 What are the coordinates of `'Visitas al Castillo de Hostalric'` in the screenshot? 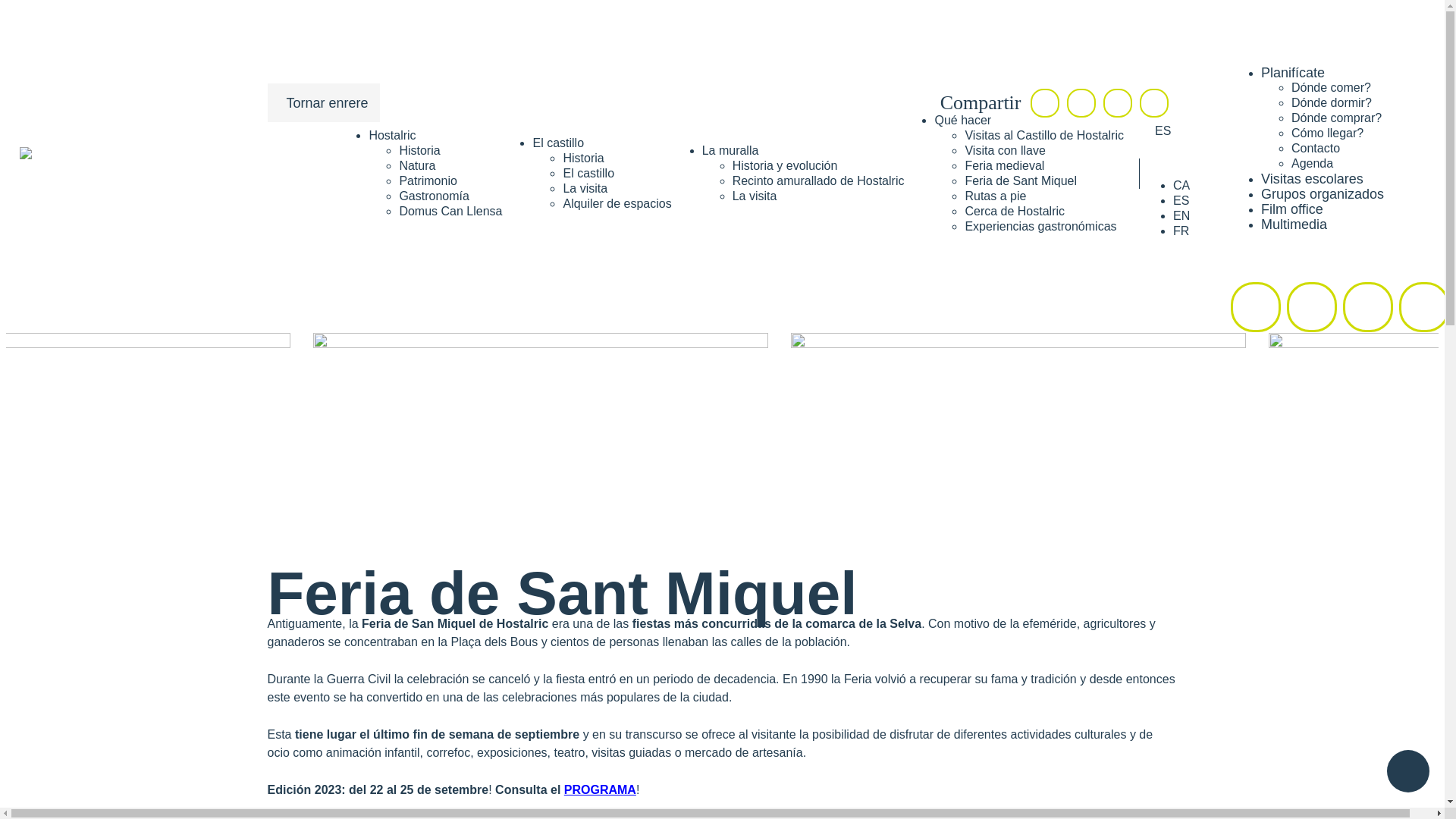 It's located at (964, 134).